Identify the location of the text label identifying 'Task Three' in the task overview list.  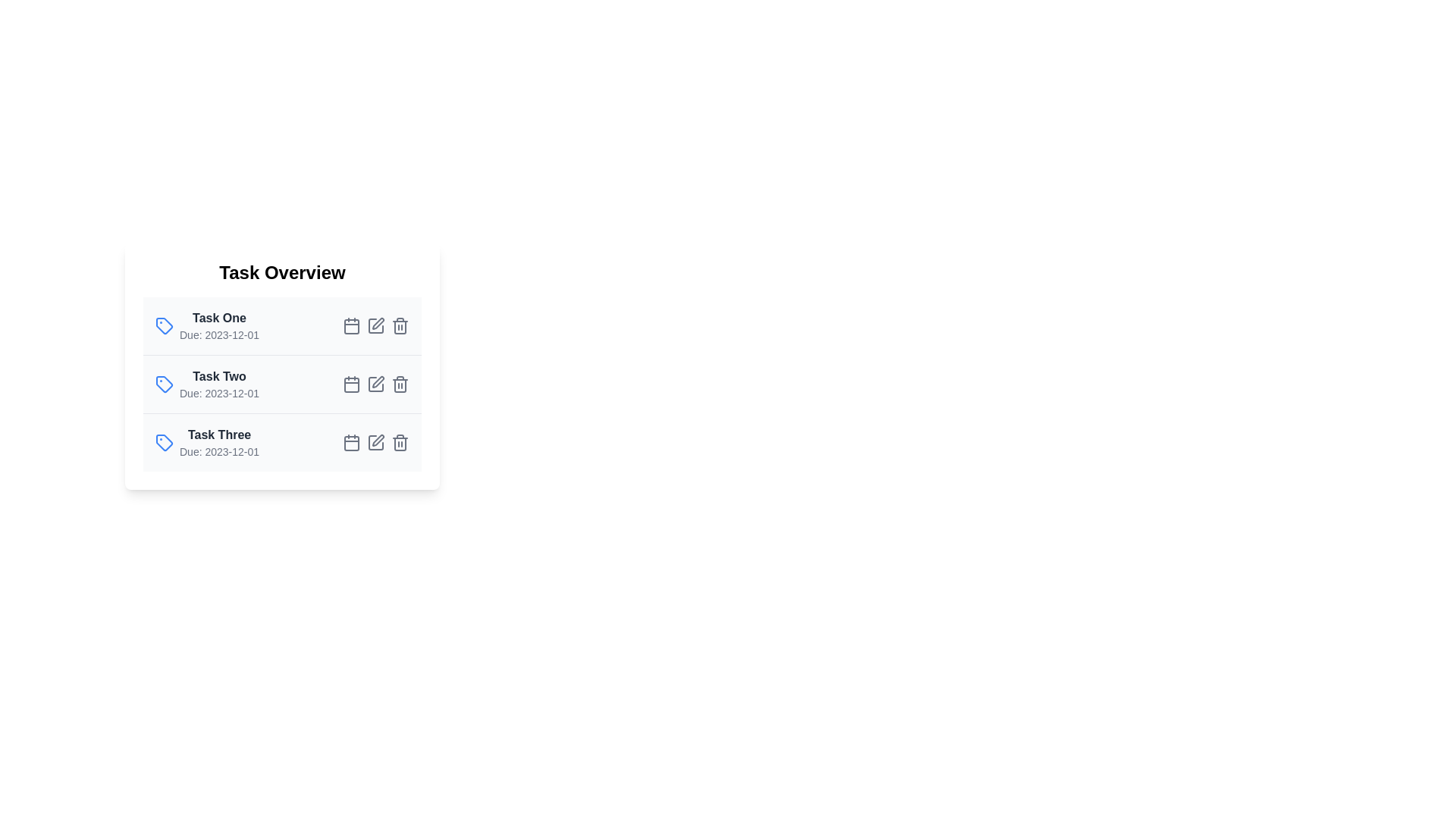
(218, 435).